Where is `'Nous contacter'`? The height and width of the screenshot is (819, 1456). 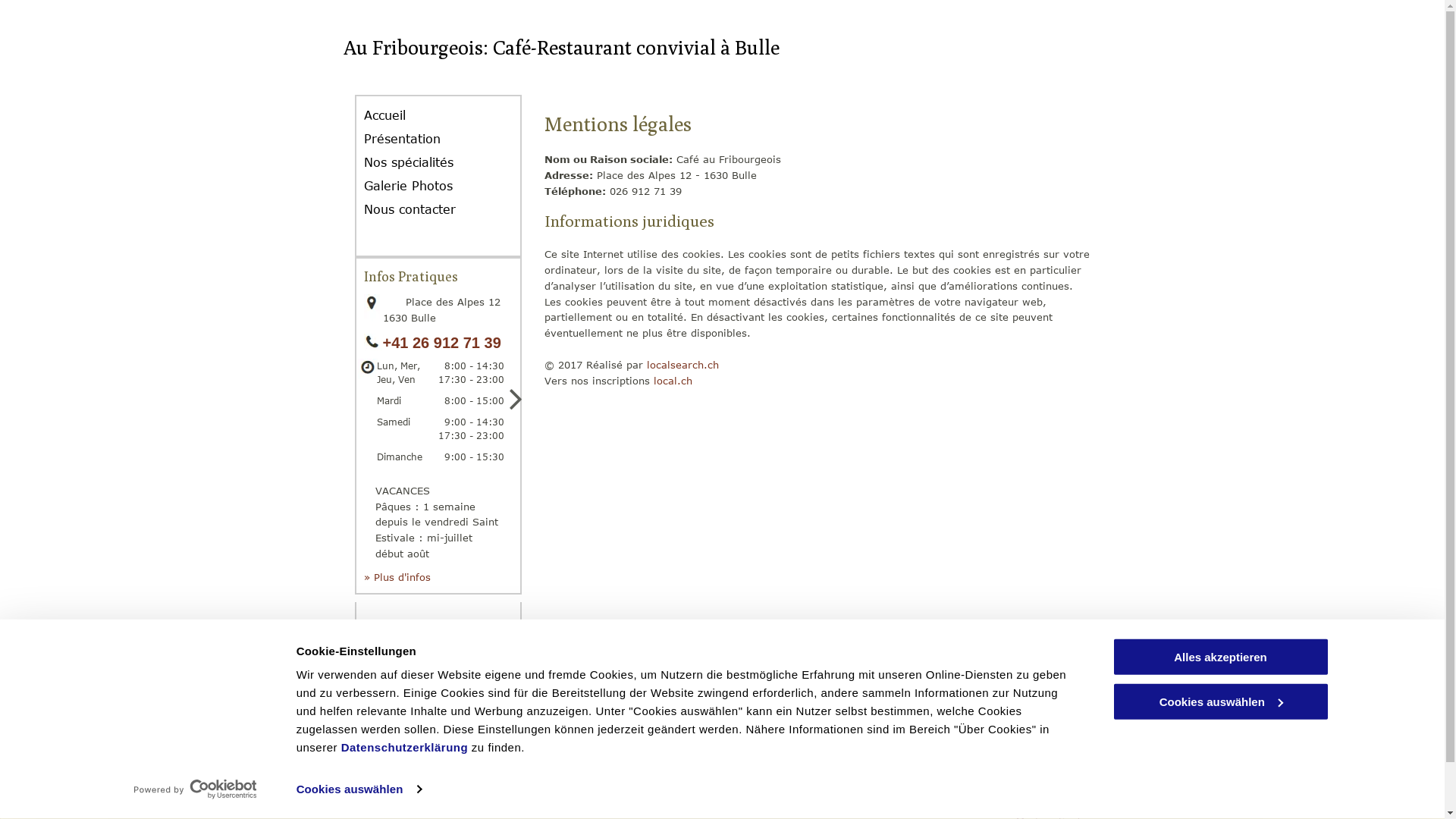
'Nous contacter' is located at coordinates (421, 209).